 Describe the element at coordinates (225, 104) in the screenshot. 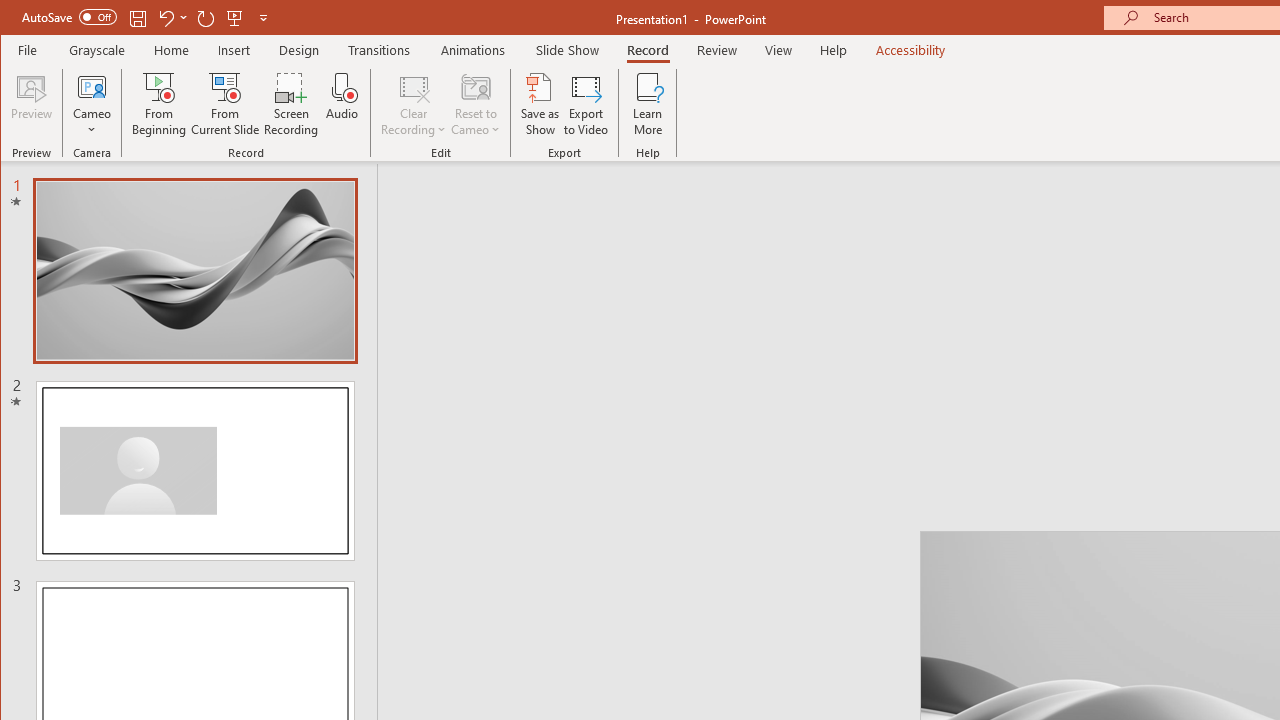

I see `'From Current Slide...'` at that location.